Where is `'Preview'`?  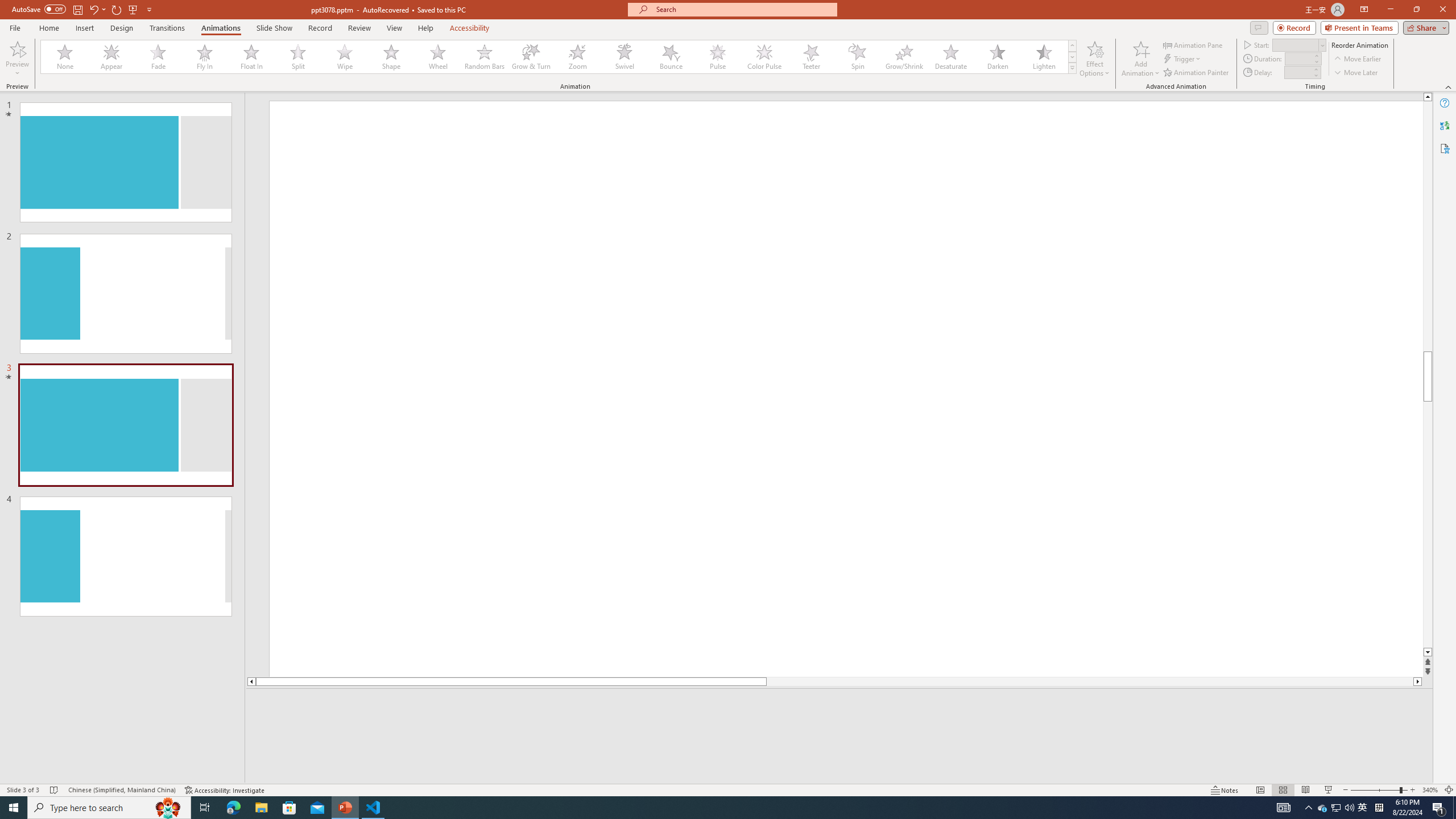
'Preview' is located at coordinates (16, 59).